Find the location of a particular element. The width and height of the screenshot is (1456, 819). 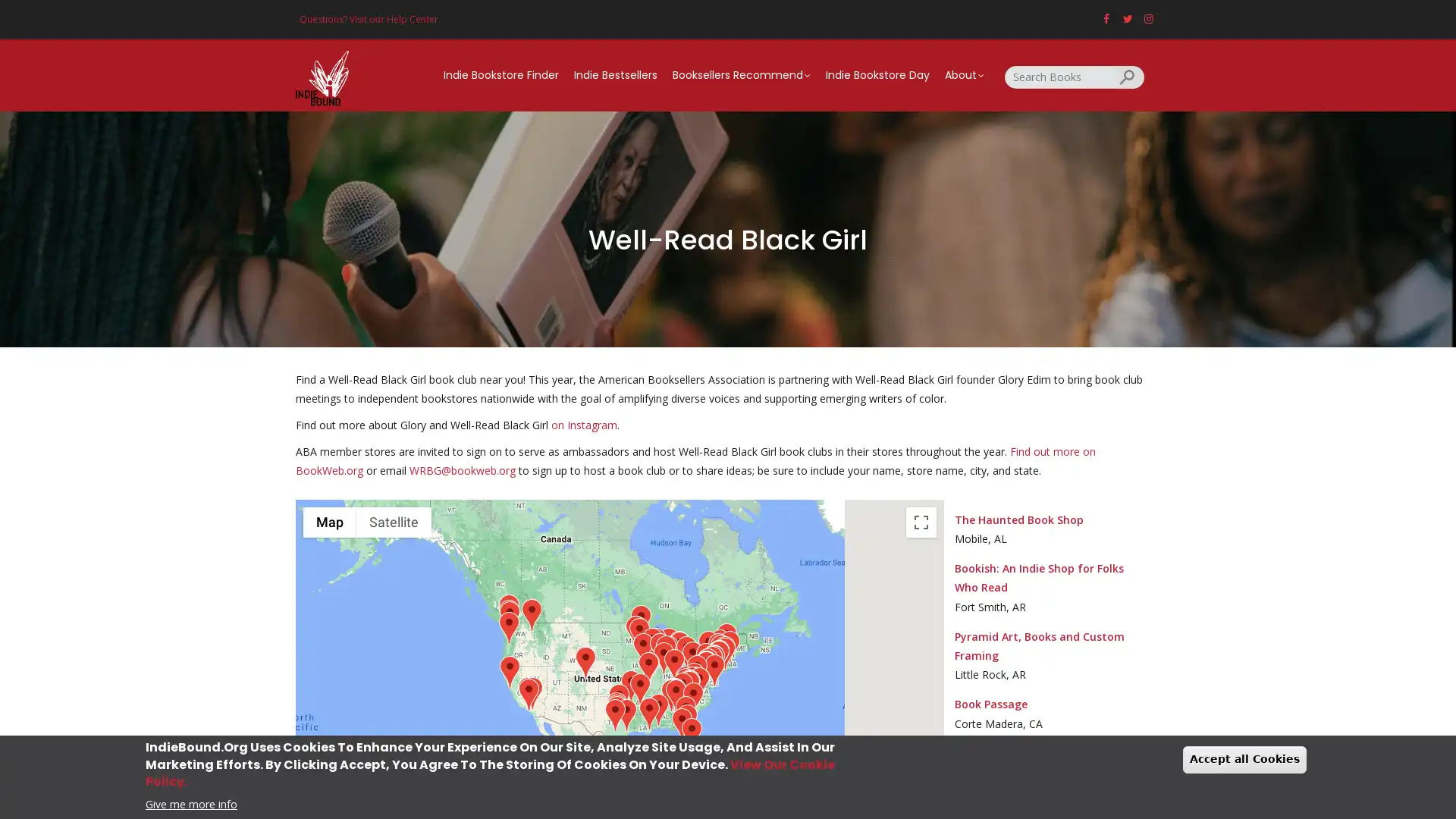

WORD is located at coordinates (717, 655).